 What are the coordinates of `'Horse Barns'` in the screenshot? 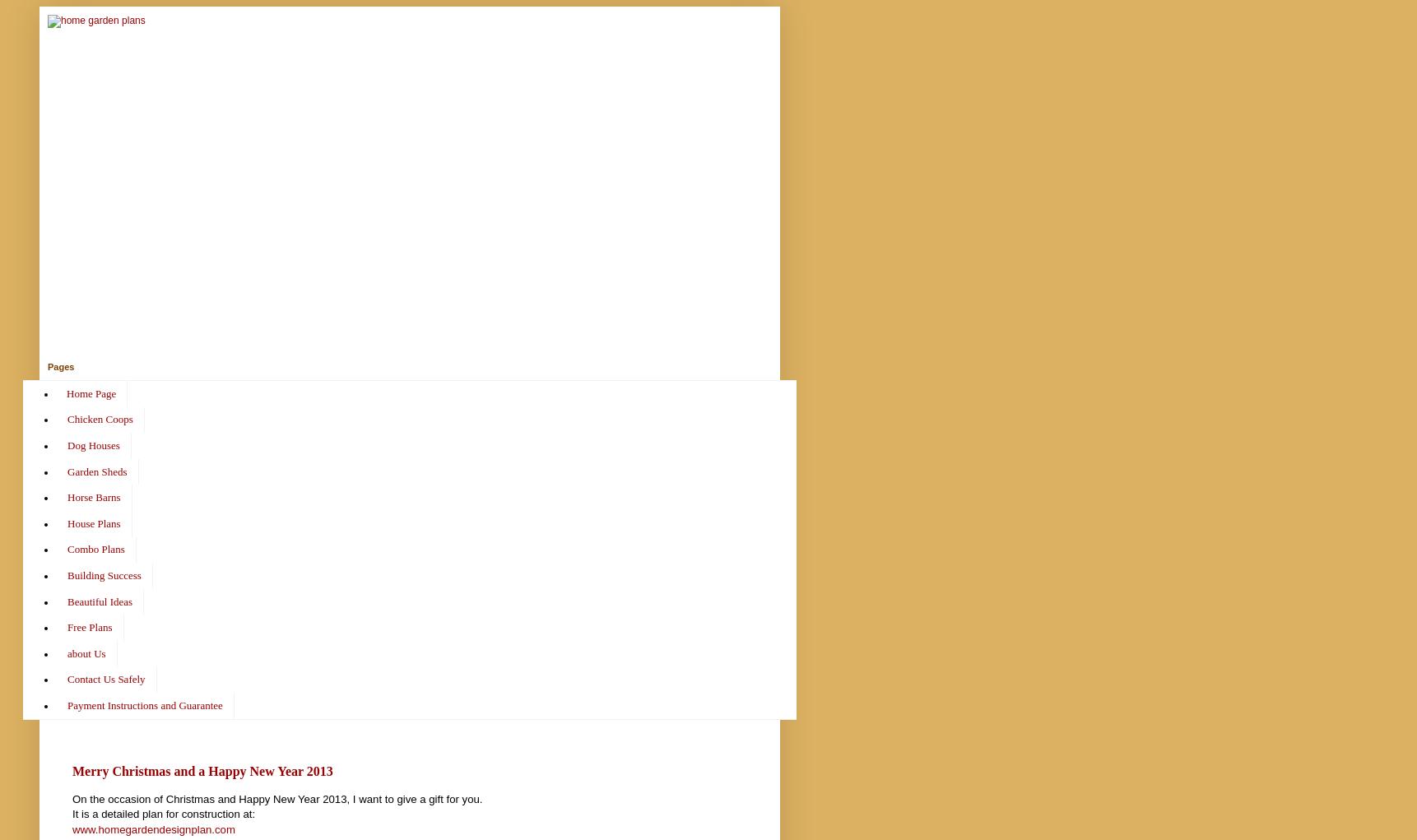 It's located at (66, 497).